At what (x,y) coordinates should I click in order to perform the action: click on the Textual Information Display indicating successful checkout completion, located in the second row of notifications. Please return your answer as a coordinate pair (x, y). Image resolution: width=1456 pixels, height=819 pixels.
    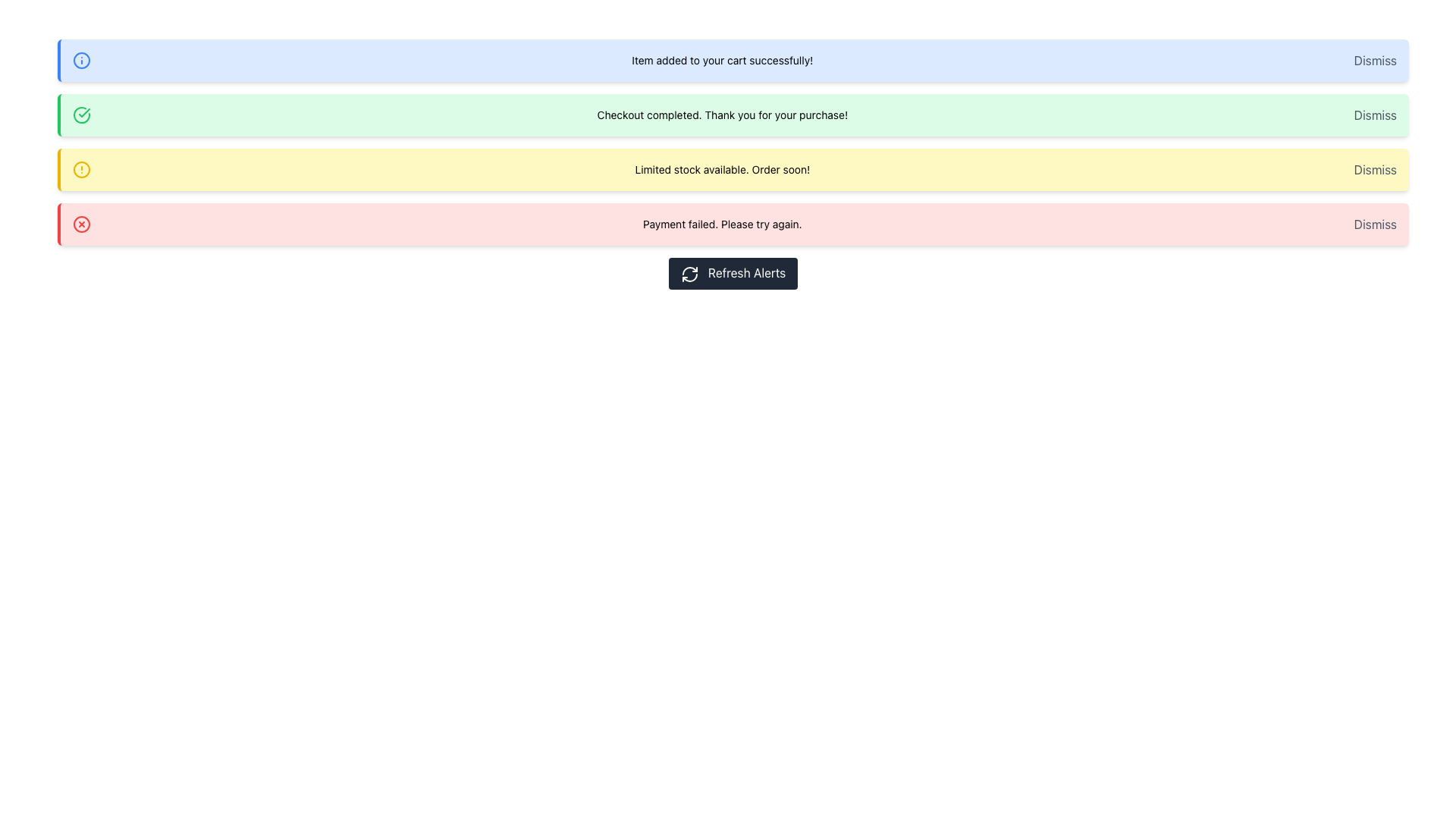
    Looking at the image, I should click on (721, 114).